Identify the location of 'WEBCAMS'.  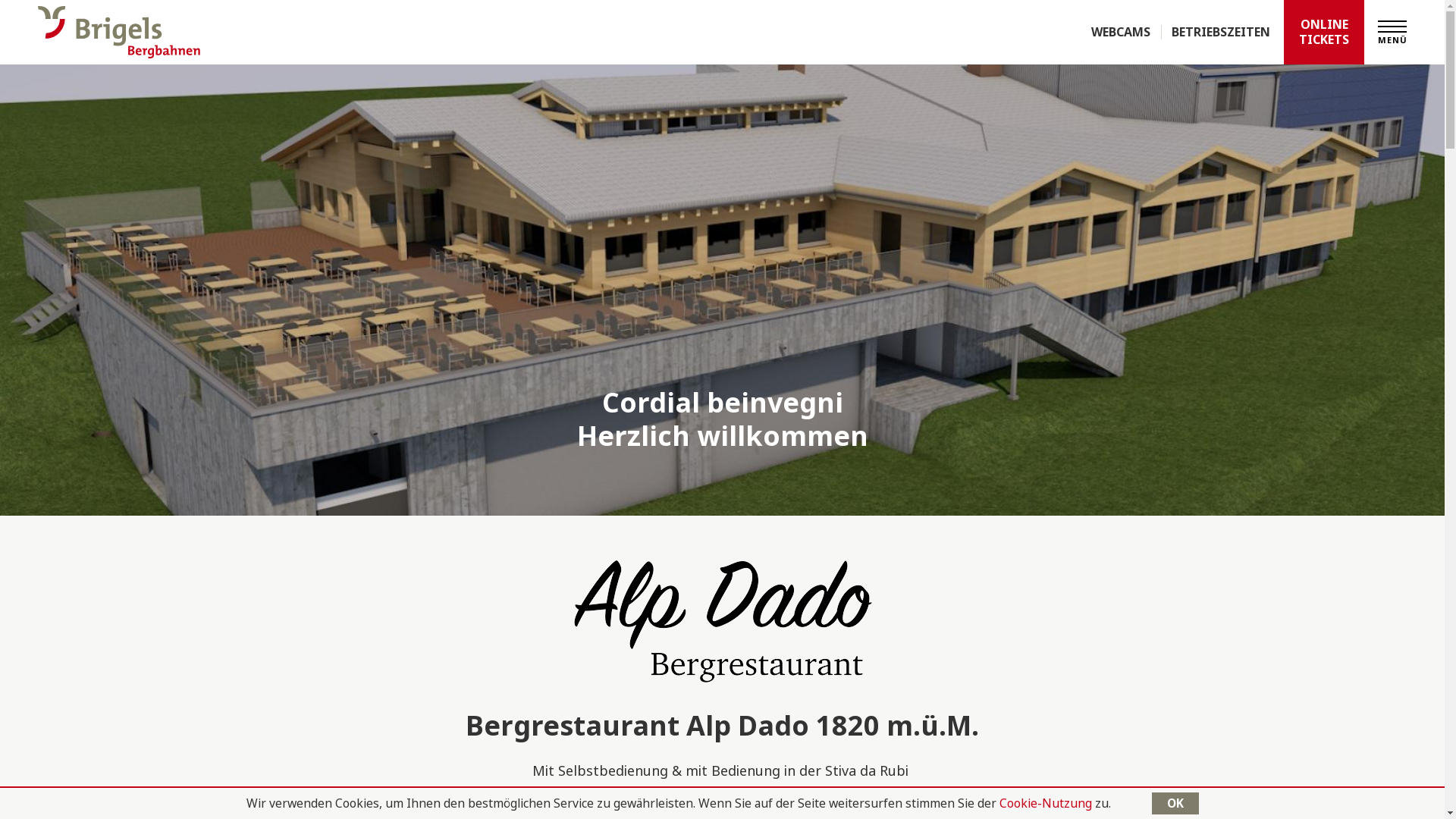
(1121, 32).